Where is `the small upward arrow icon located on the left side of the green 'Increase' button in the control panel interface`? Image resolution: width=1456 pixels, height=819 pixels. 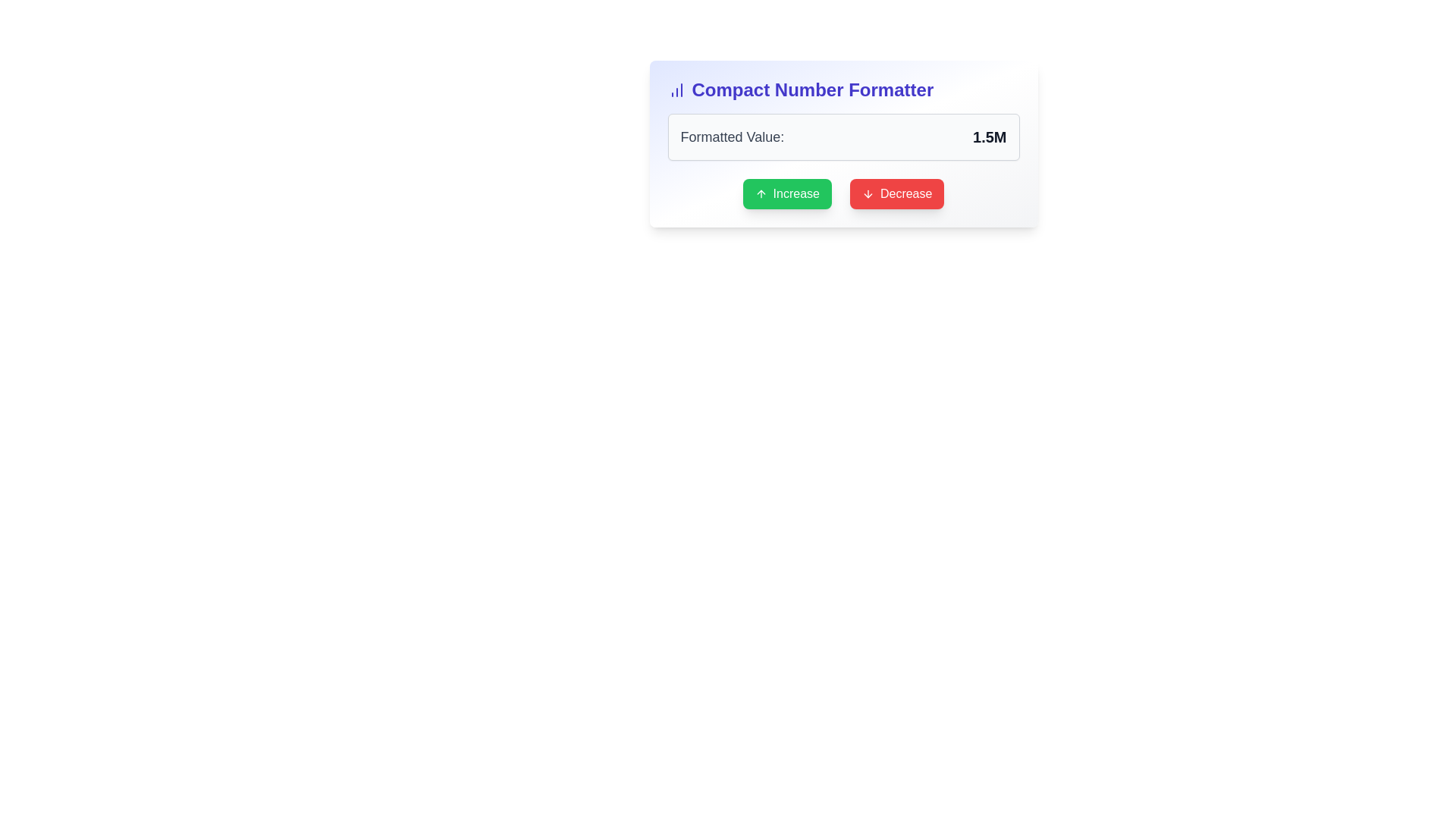
the small upward arrow icon located on the left side of the green 'Increase' button in the control panel interface is located at coordinates (761, 193).